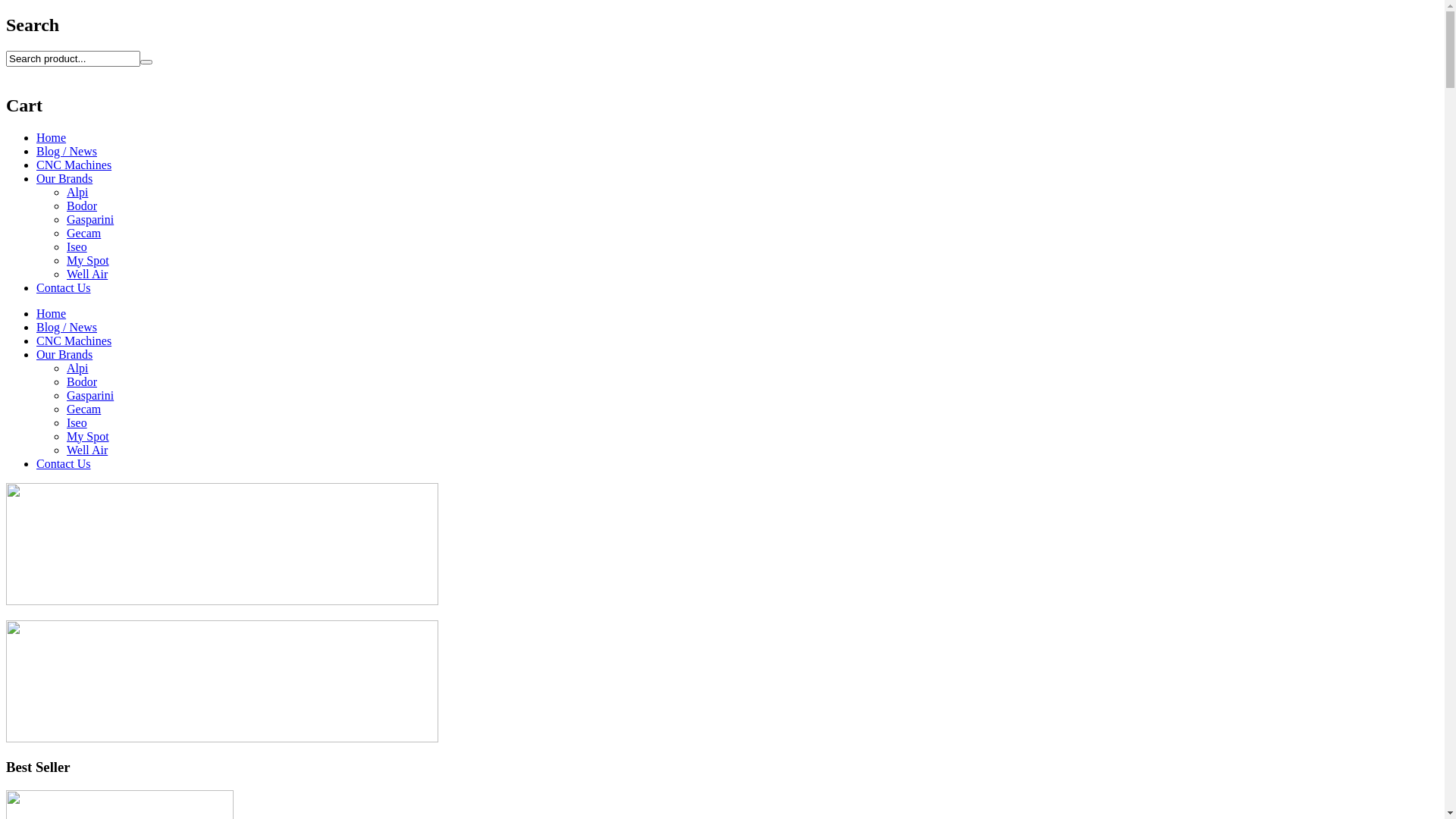 This screenshot has width=1456, height=819. I want to click on 'Blog / News', so click(65, 326).